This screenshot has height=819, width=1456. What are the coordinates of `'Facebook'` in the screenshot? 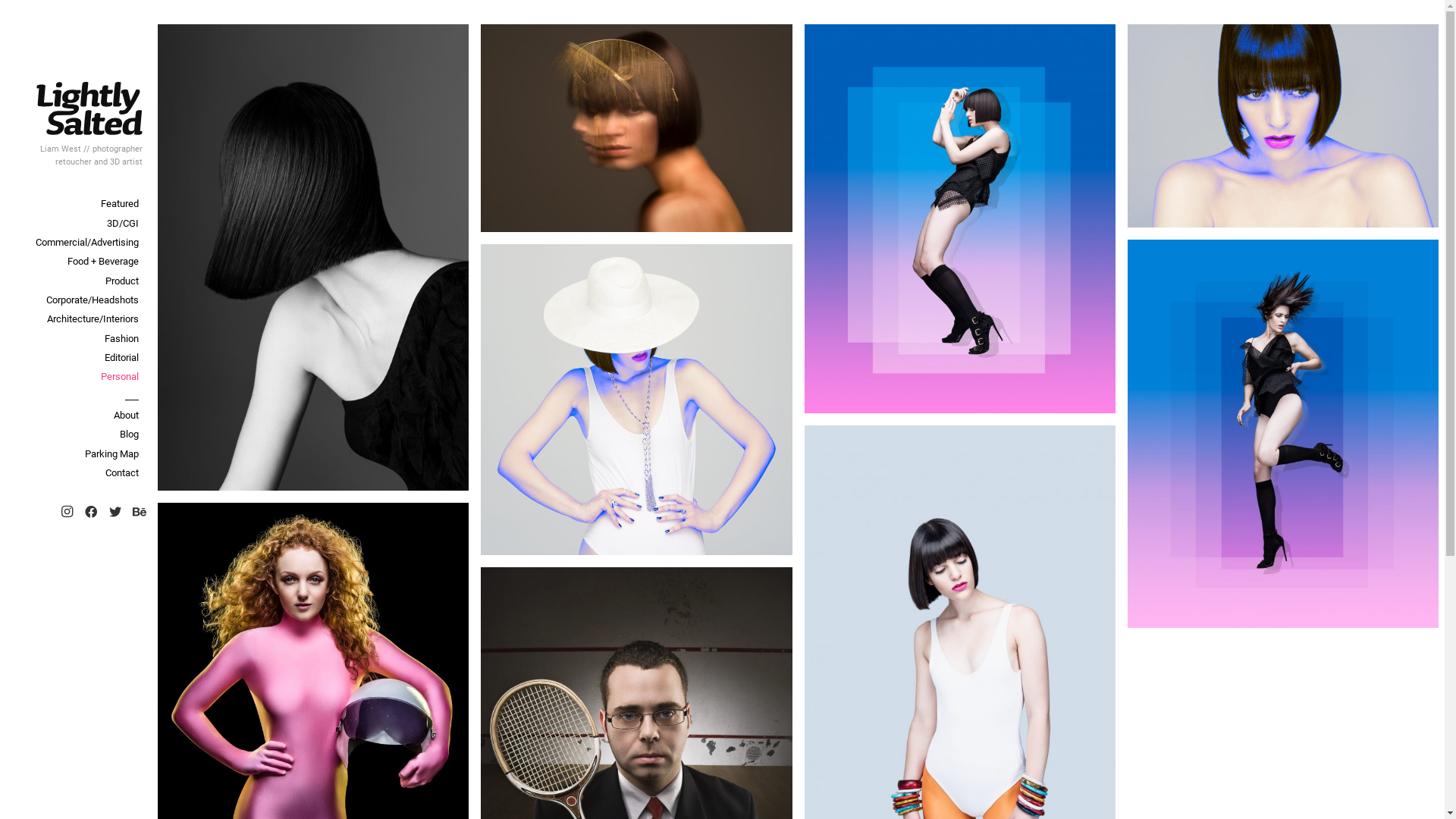 It's located at (90, 512).